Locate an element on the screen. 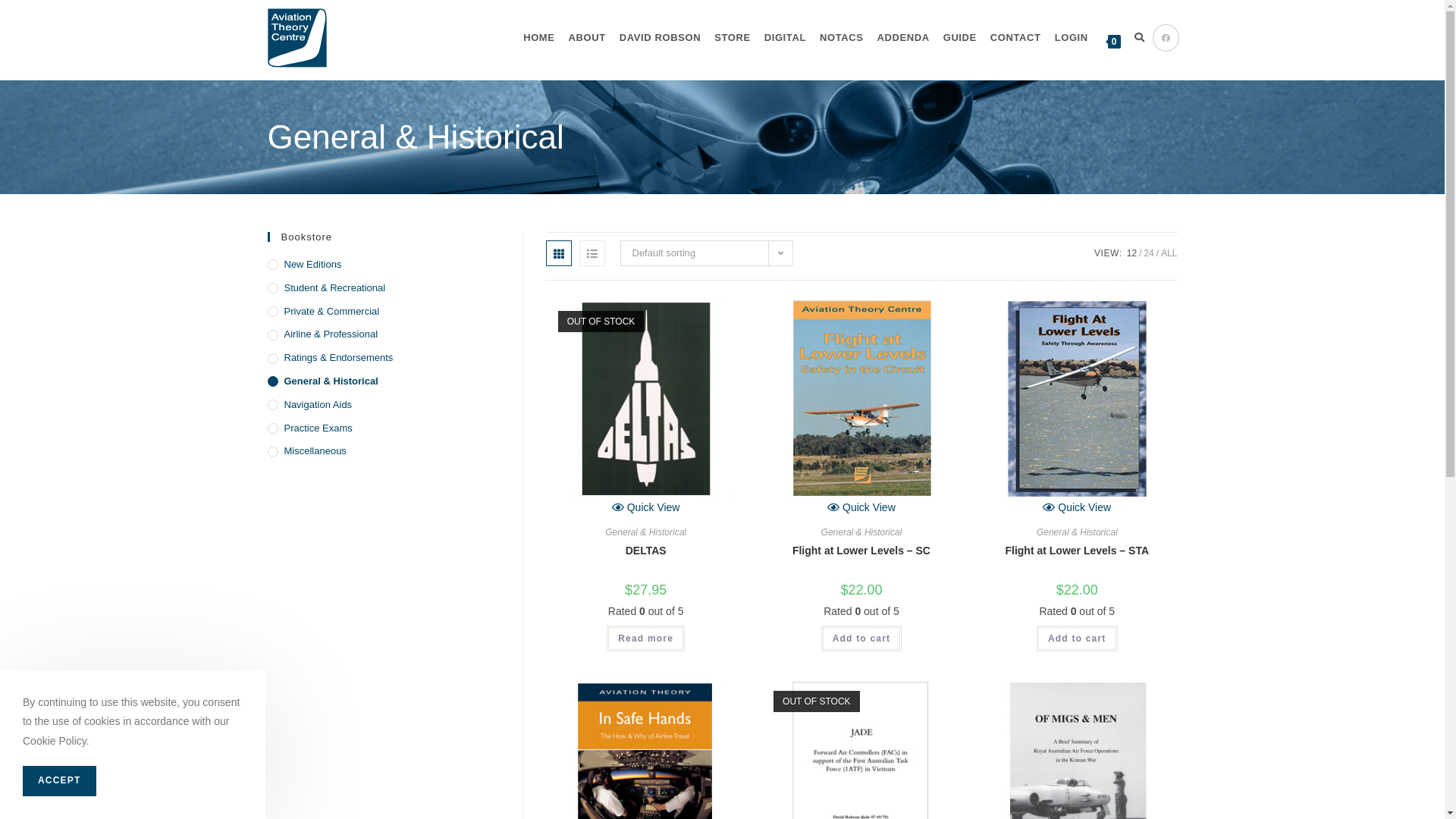 This screenshot has height=819, width=1456. 'Practice Exams' is located at coordinates (266, 428).